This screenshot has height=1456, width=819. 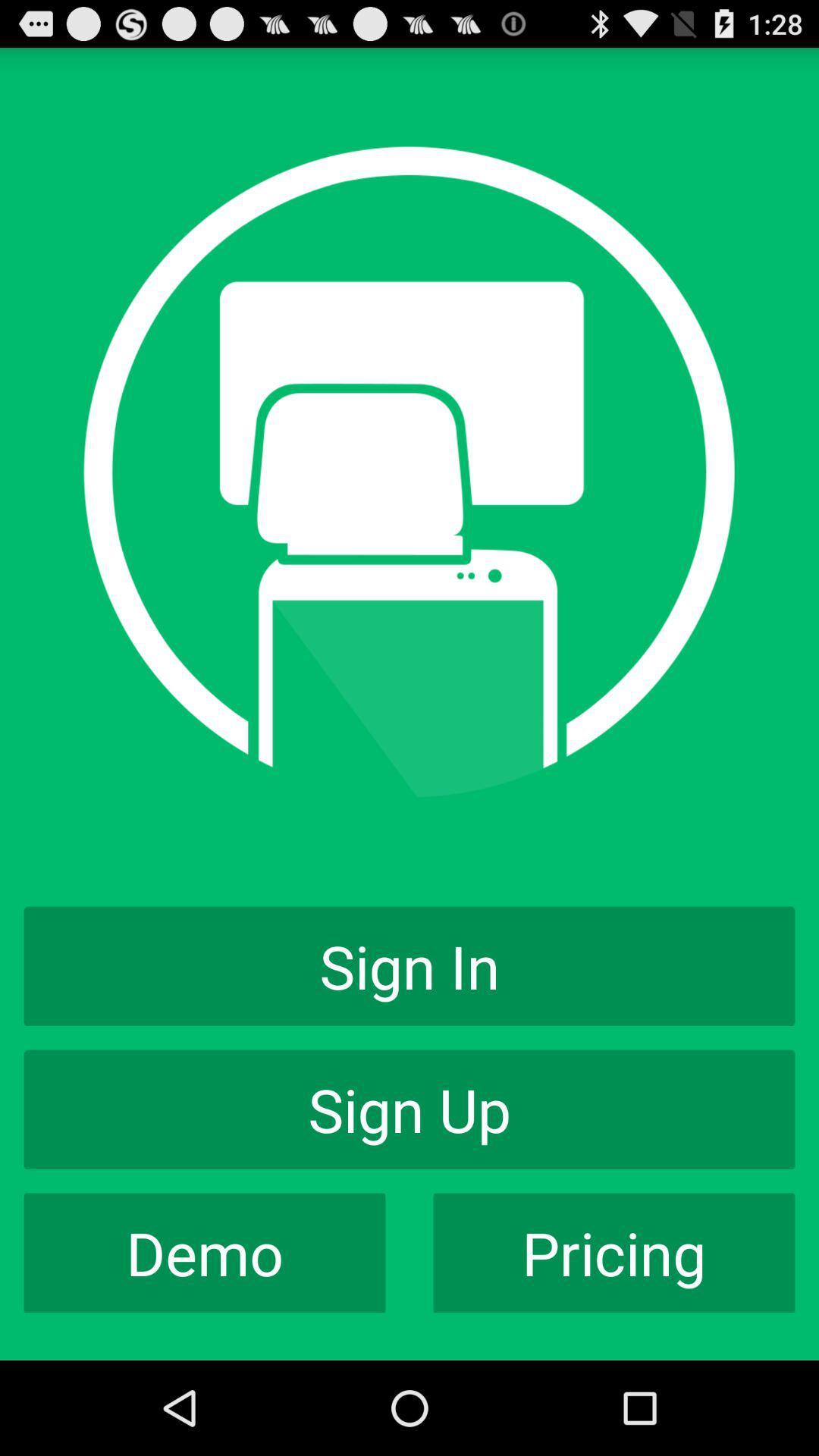 What do you see at coordinates (205, 1253) in the screenshot?
I see `app to the left of the pricing` at bounding box center [205, 1253].